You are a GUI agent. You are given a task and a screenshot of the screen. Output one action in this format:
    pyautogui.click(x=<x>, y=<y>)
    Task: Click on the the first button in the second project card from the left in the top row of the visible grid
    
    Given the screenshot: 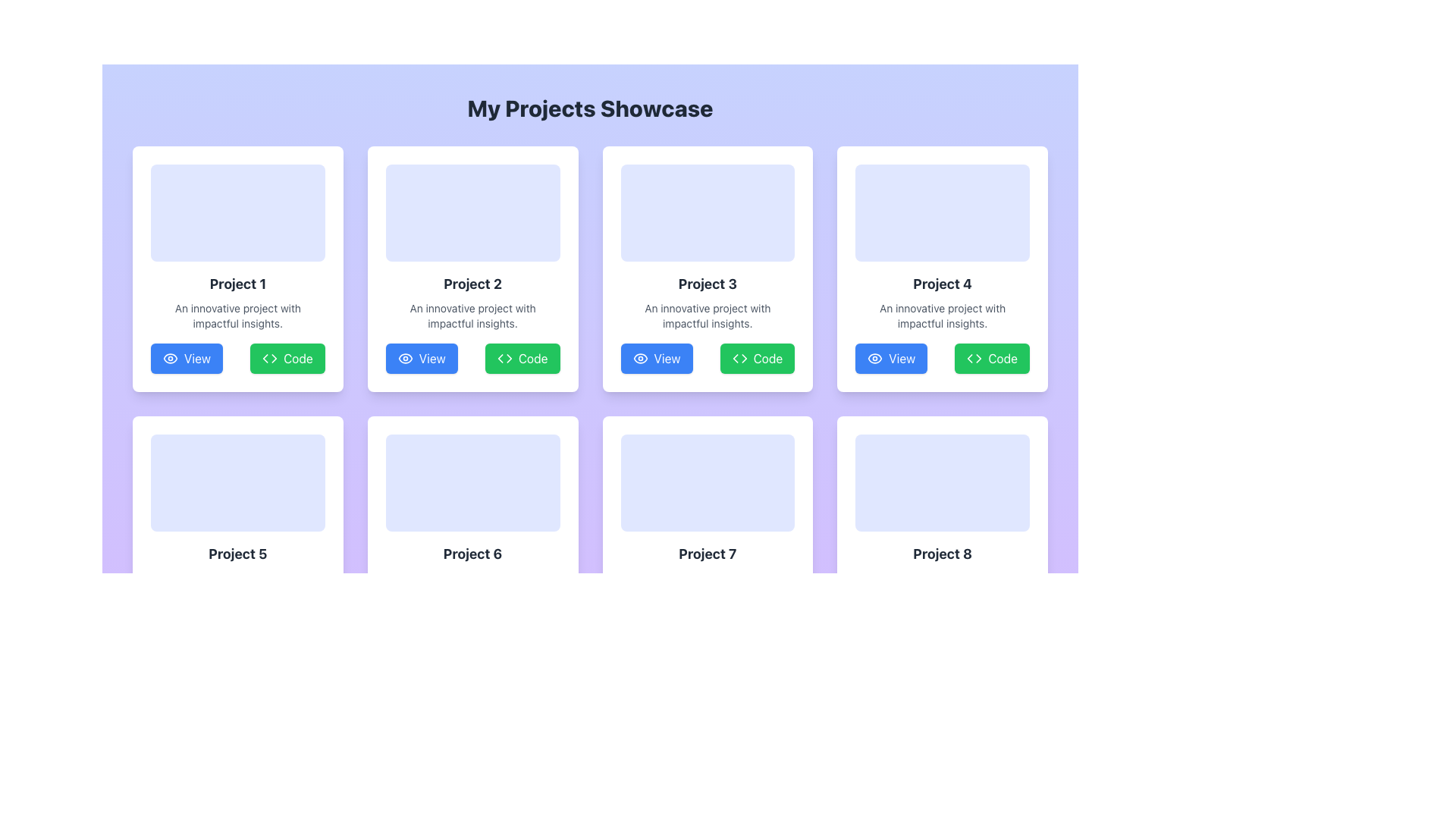 What is the action you would take?
    pyautogui.click(x=422, y=359)
    